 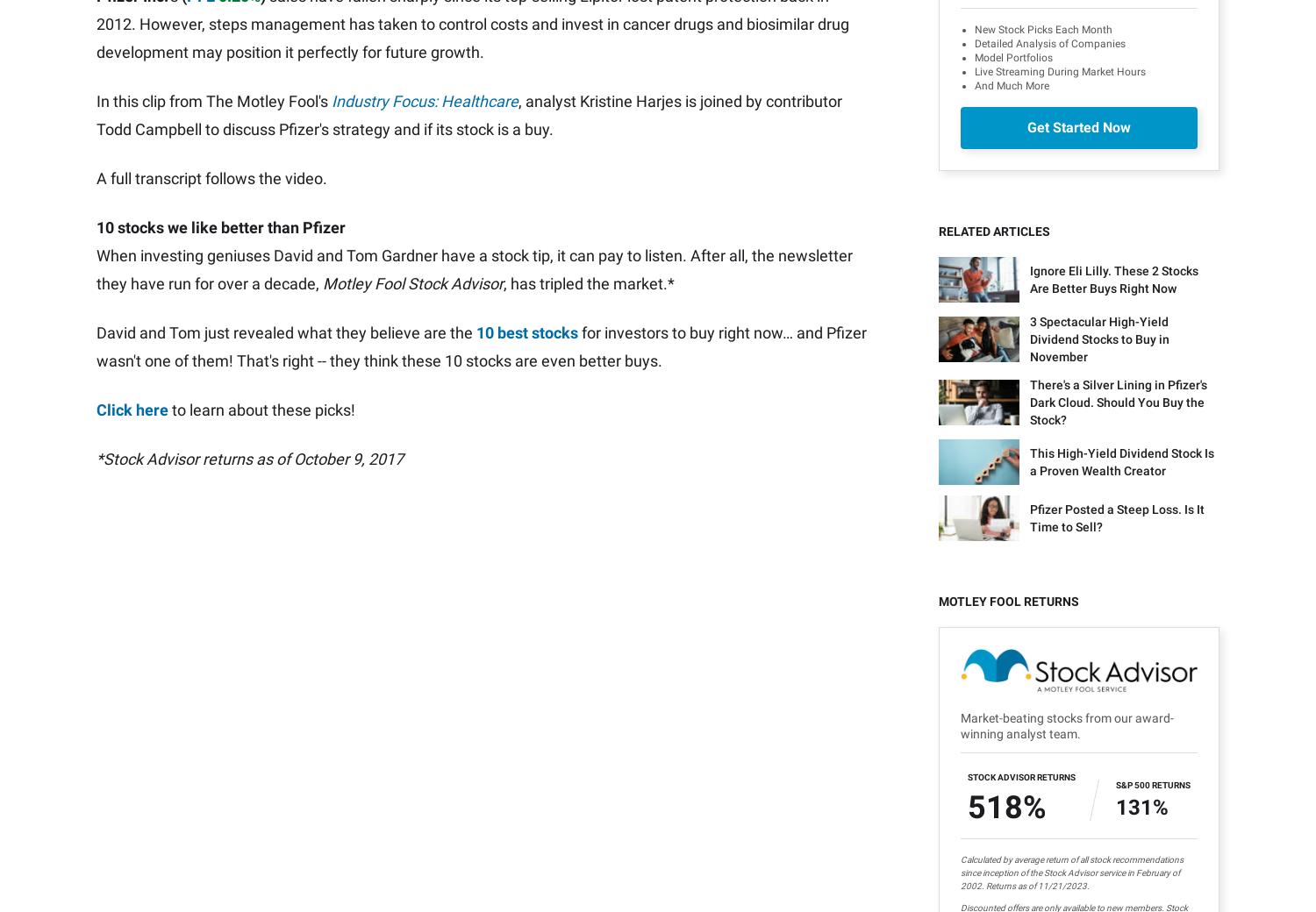 What do you see at coordinates (390, 671) in the screenshot?
I see `'Research'` at bounding box center [390, 671].